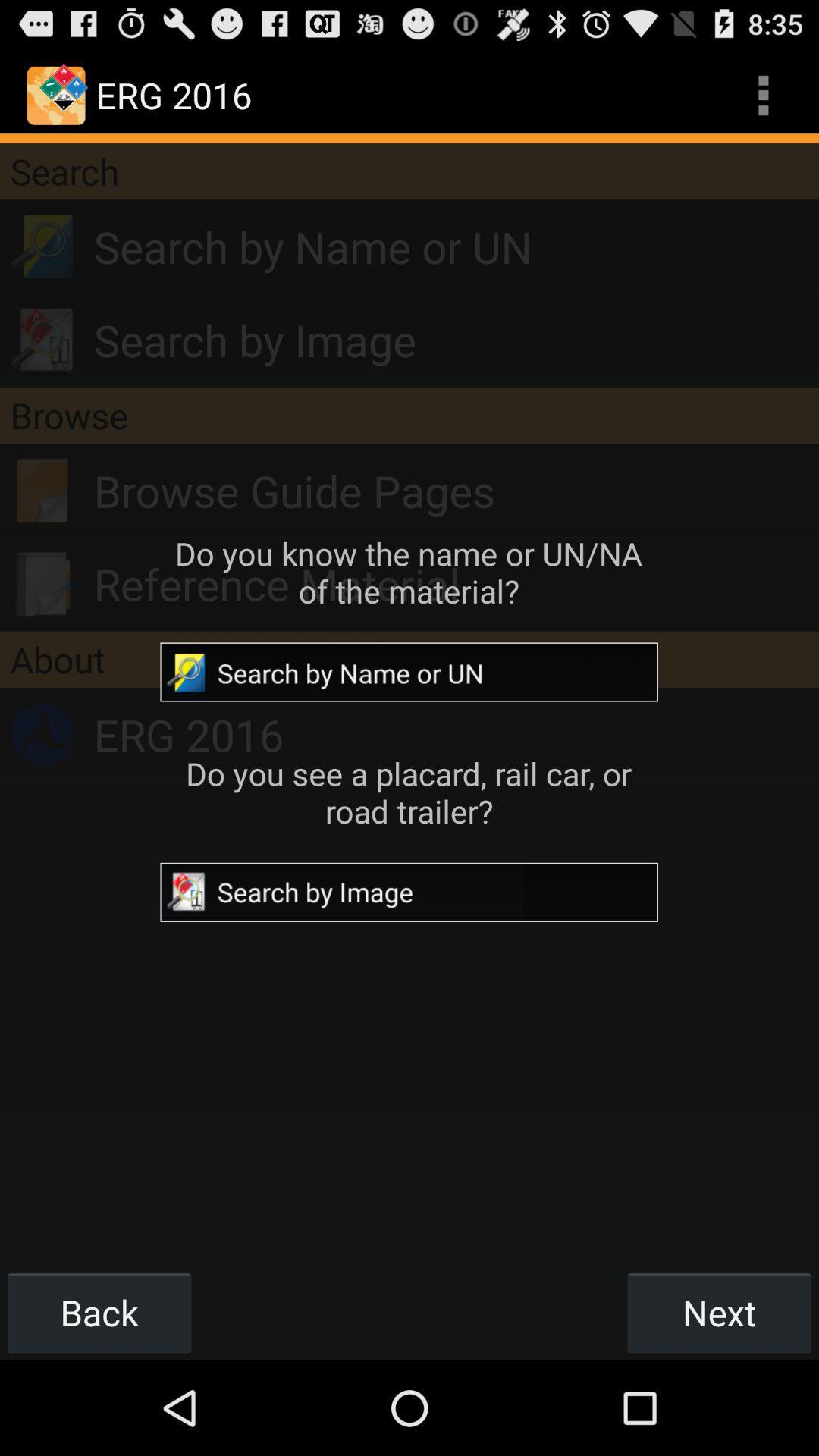 The height and width of the screenshot is (1456, 819). Describe the element at coordinates (455, 583) in the screenshot. I see `the reference material` at that location.